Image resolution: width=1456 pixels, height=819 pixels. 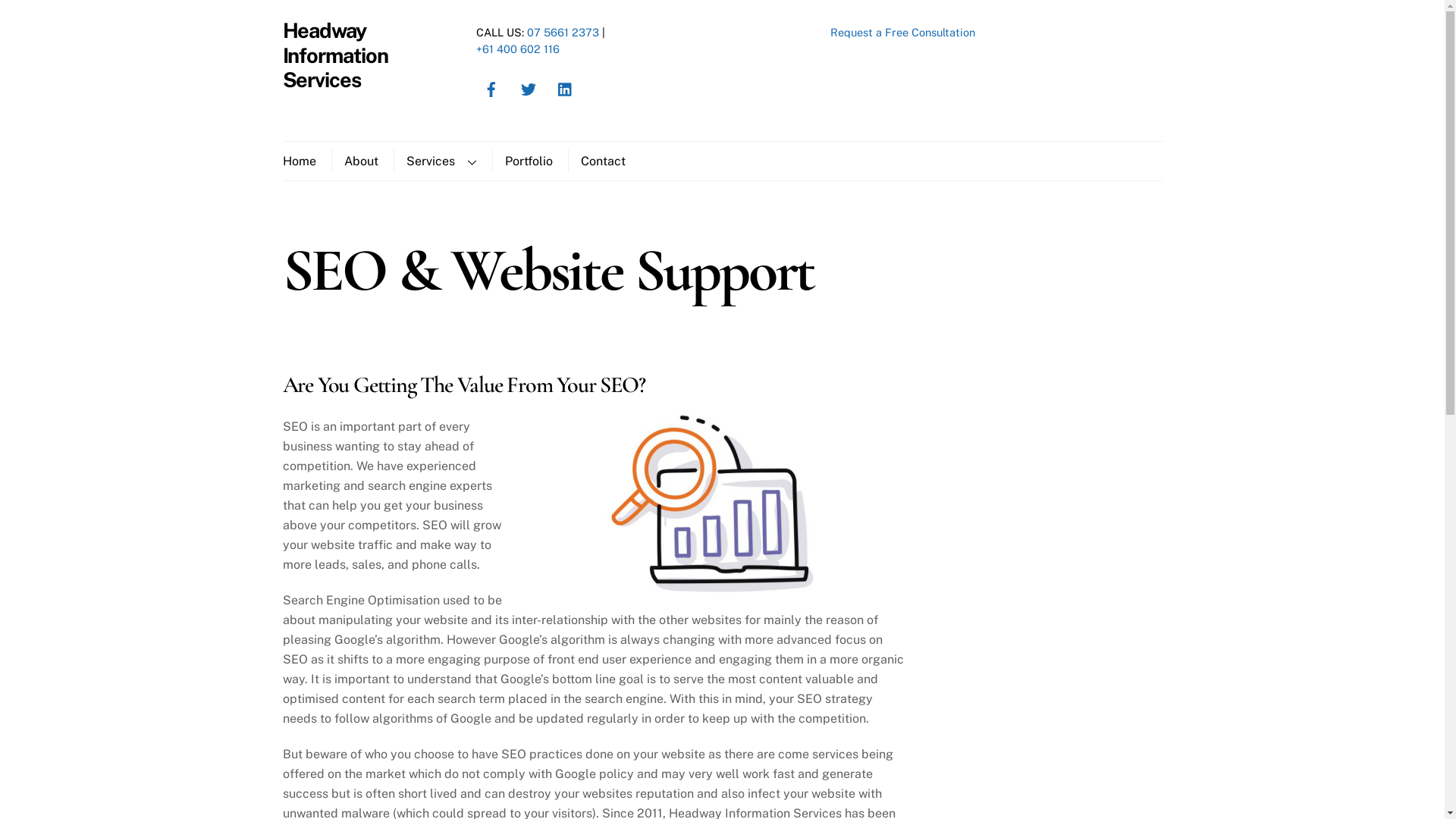 What do you see at coordinates (527, 32) in the screenshot?
I see `'07 5661 2373'` at bounding box center [527, 32].